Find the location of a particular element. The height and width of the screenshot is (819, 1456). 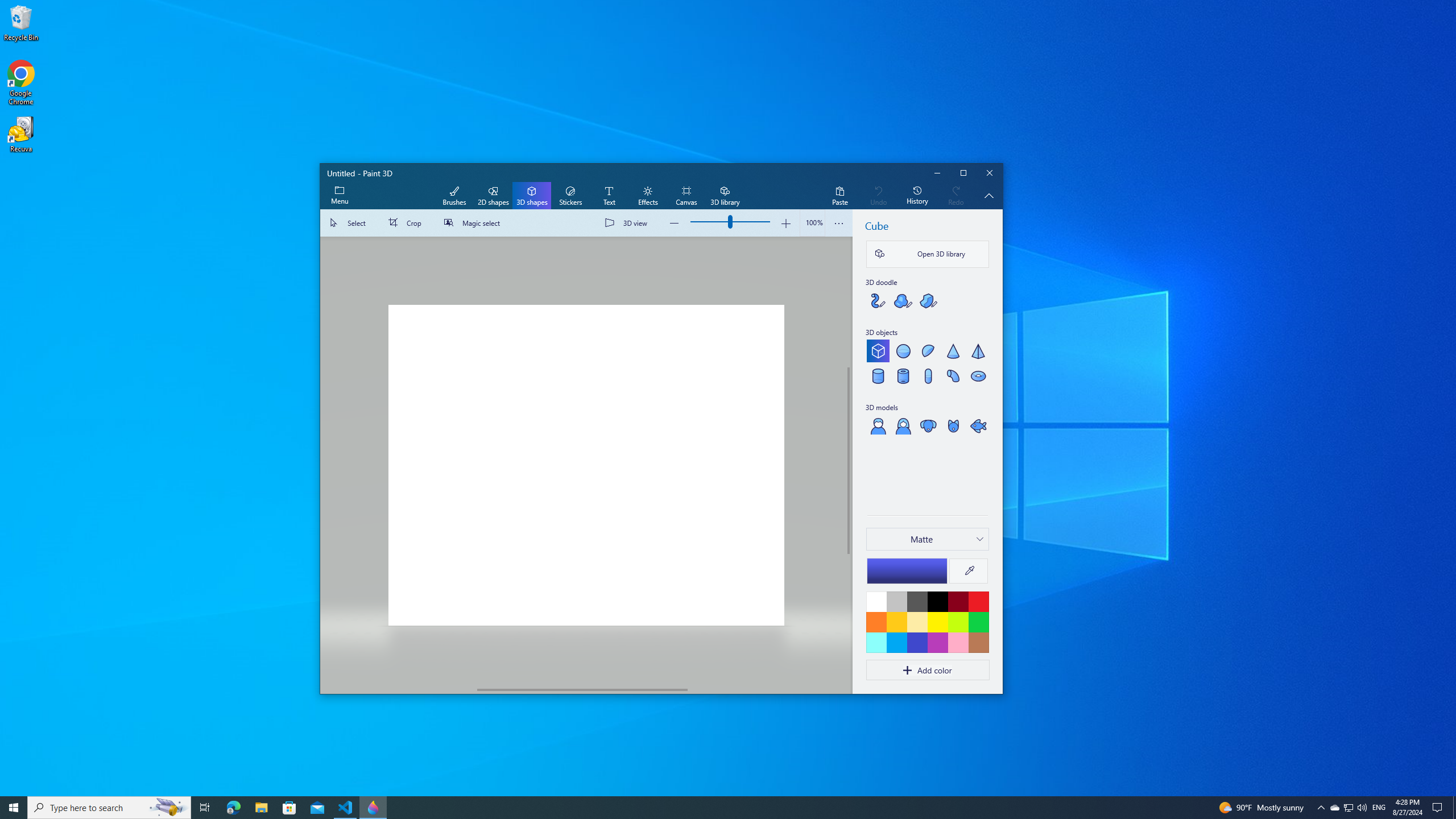

'Rose' is located at coordinates (957, 642).